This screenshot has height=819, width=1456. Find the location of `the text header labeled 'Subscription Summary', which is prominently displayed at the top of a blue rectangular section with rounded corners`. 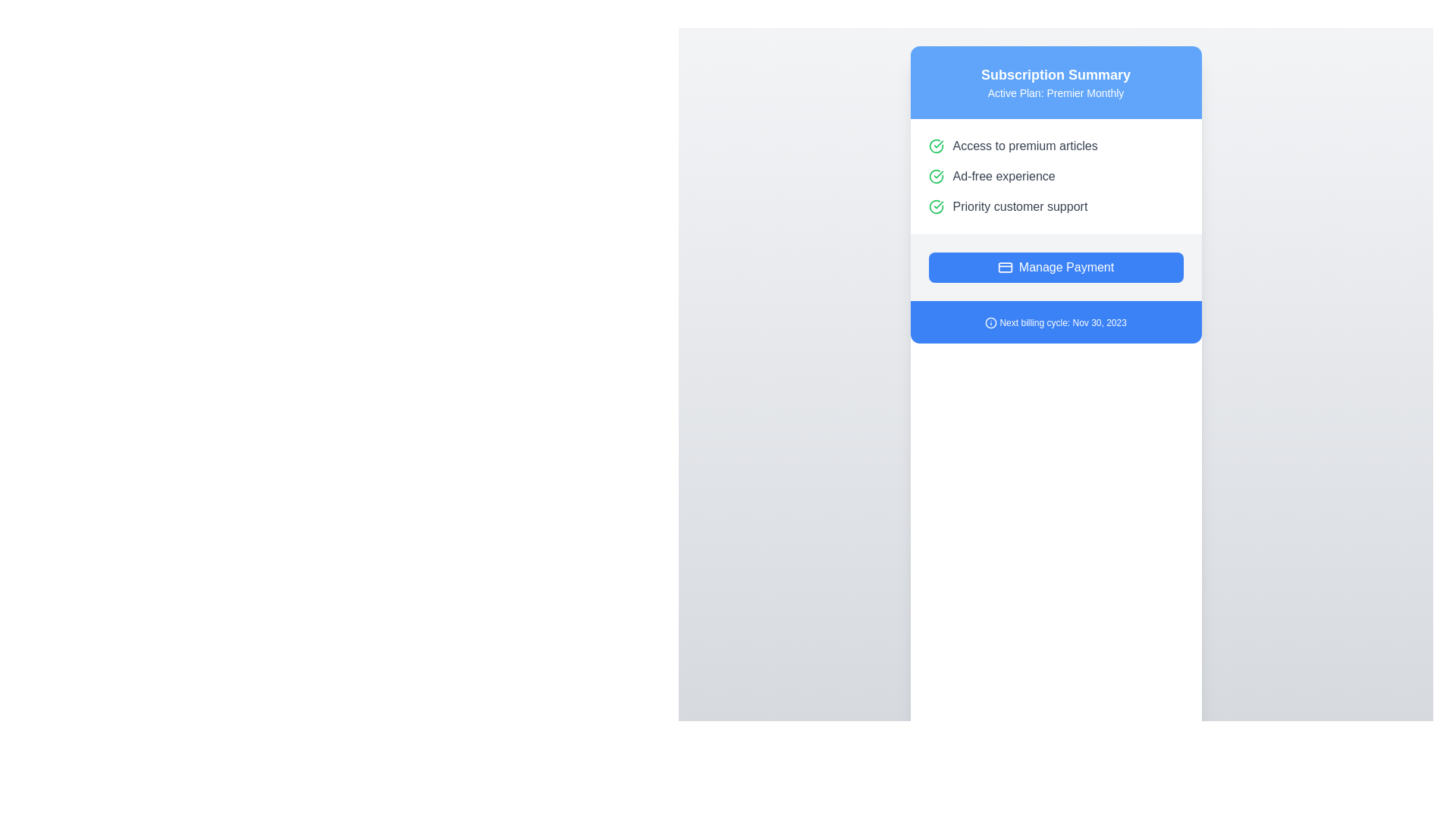

the text header labeled 'Subscription Summary', which is prominently displayed at the top of a blue rectangular section with rounded corners is located at coordinates (1055, 75).